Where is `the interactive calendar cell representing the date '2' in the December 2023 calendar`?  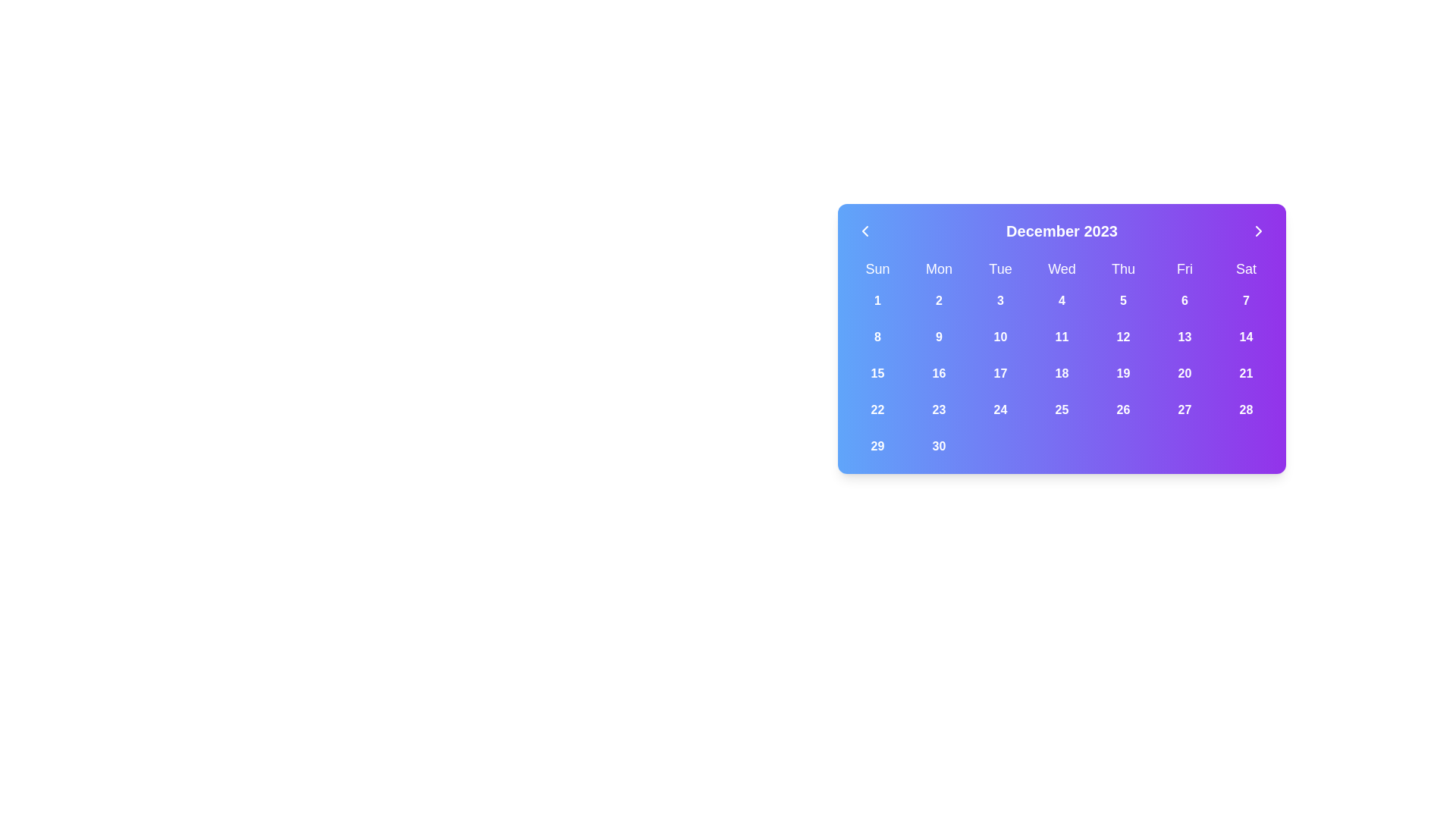
the interactive calendar cell representing the date '2' in the December 2023 calendar is located at coordinates (938, 301).